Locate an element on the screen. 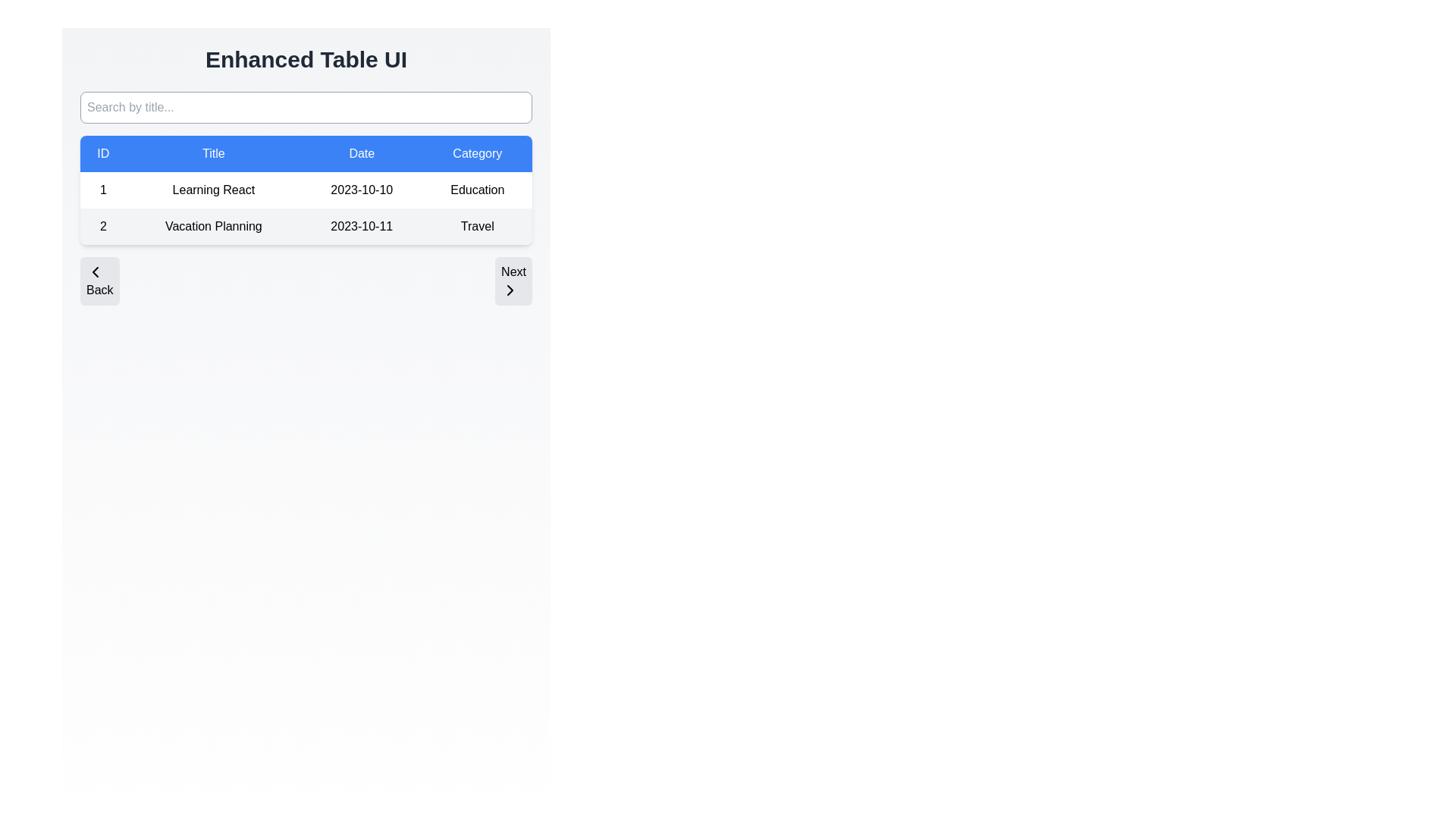 Image resolution: width=1456 pixels, height=819 pixels. the second row is located at coordinates (305, 227).